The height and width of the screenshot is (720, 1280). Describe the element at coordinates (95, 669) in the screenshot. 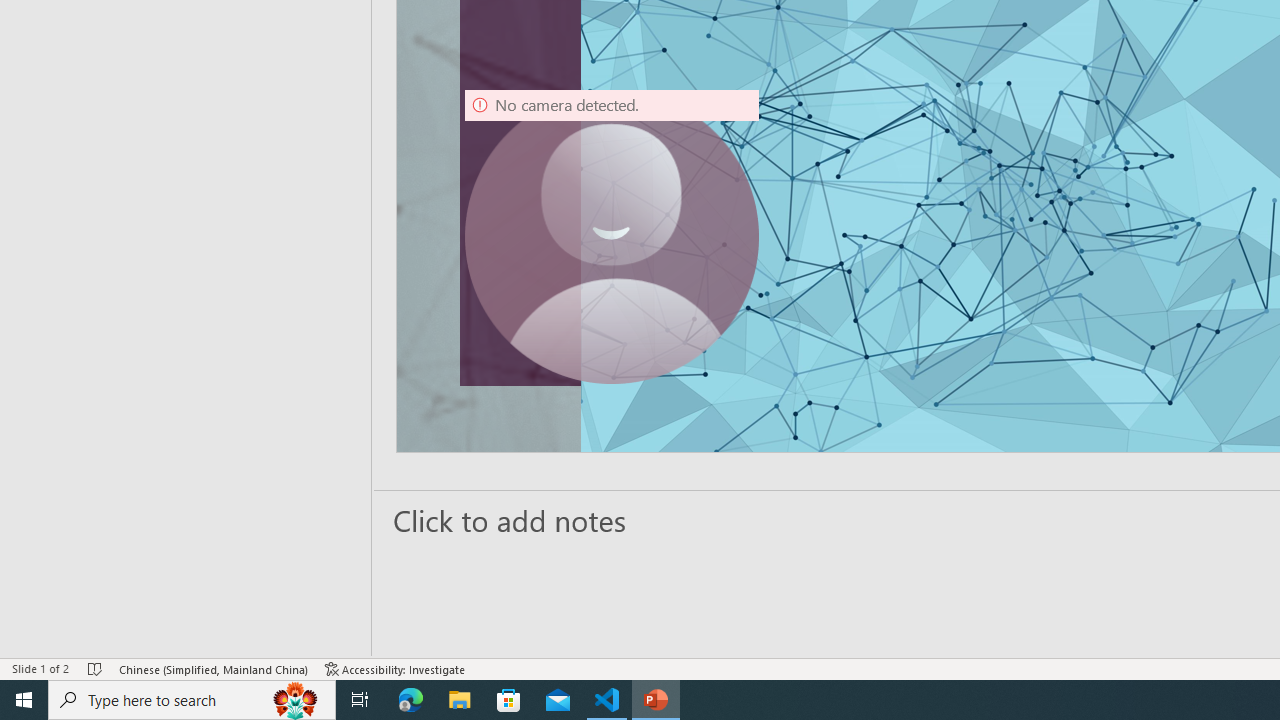

I see `'Spell Check No Errors'` at that location.